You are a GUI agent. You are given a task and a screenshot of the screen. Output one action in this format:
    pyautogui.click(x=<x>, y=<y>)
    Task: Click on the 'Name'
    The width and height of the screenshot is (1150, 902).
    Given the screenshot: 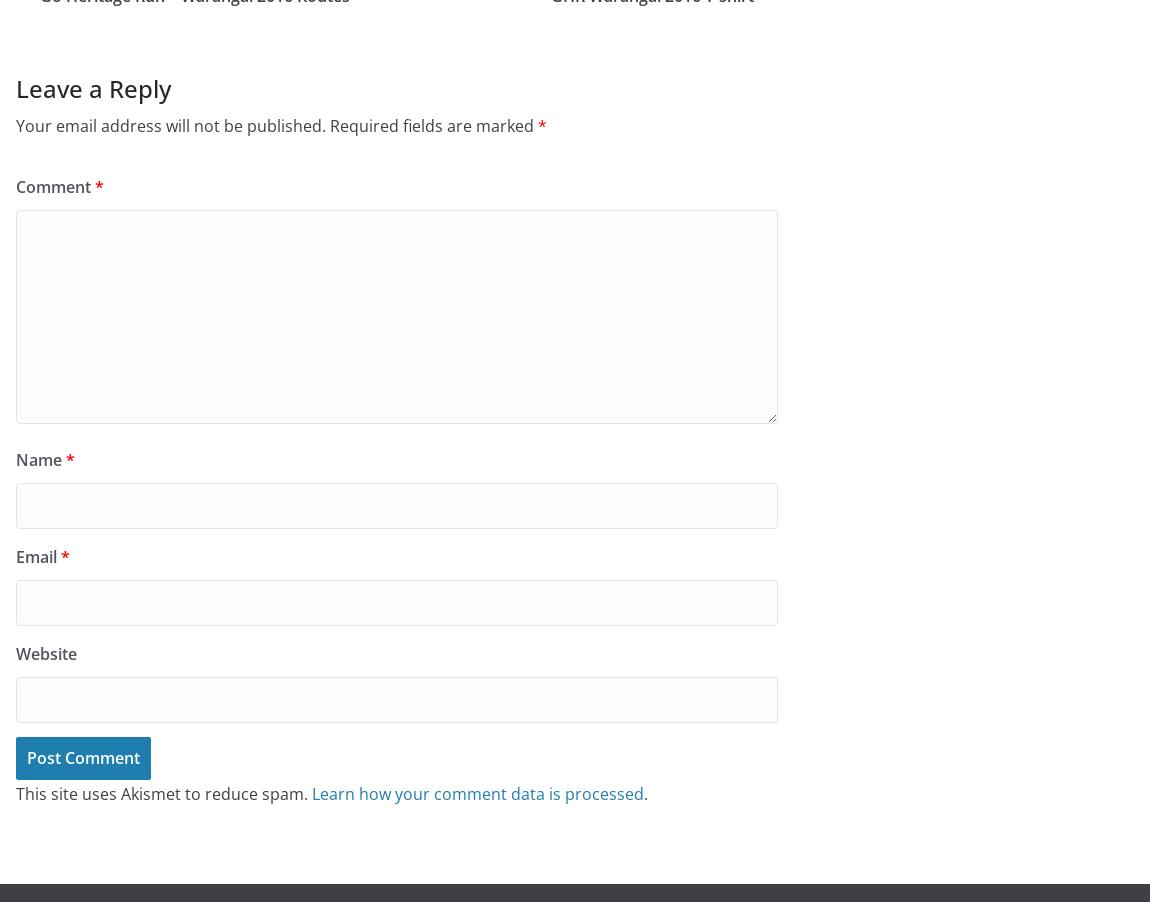 What is the action you would take?
    pyautogui.click(x=40, y=459)
    